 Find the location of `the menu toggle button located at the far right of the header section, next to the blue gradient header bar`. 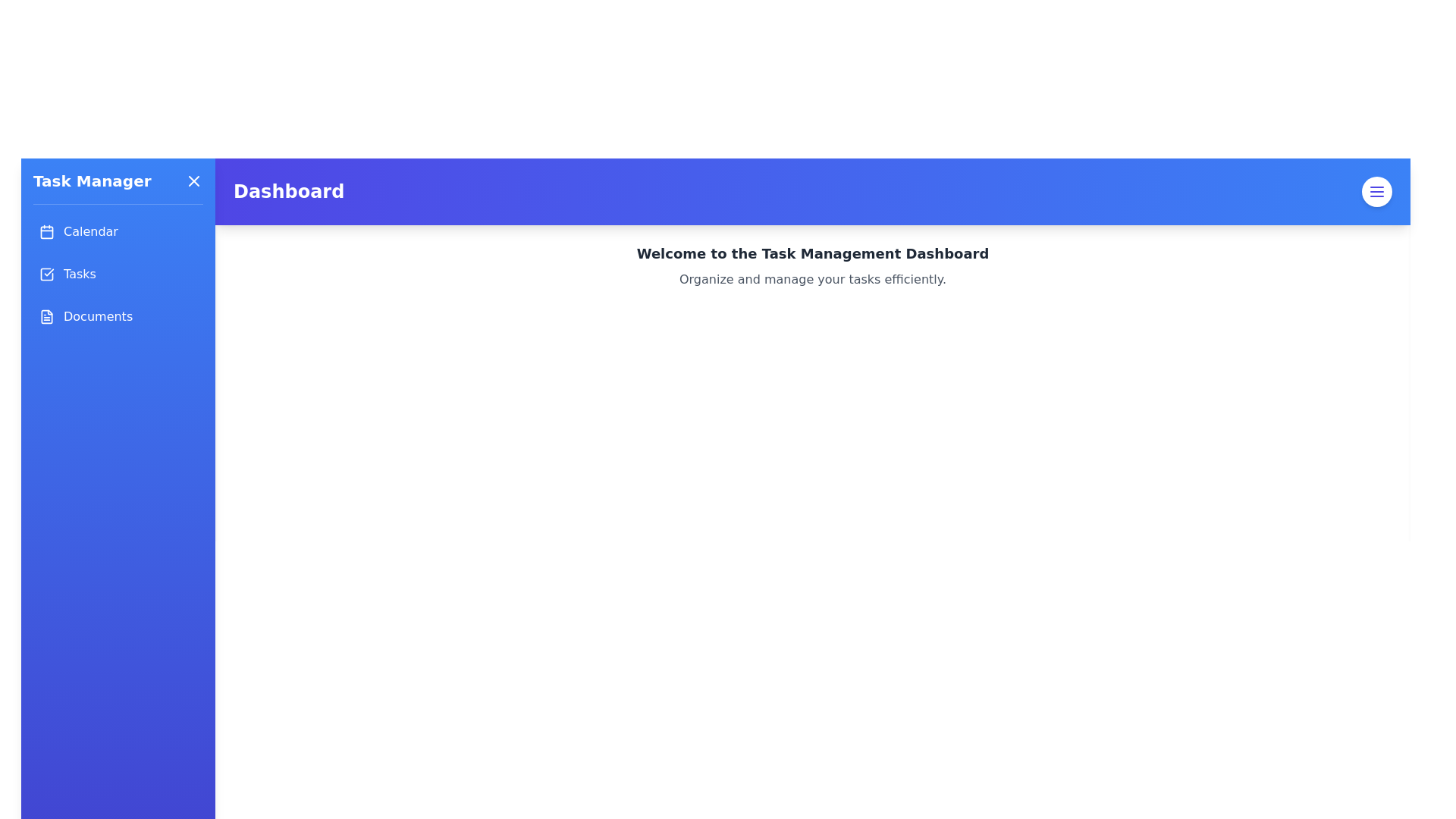

the menu toggle button located at the far right of the header section, next to the blue gradient header bar is located at coordinates (1376, 191).